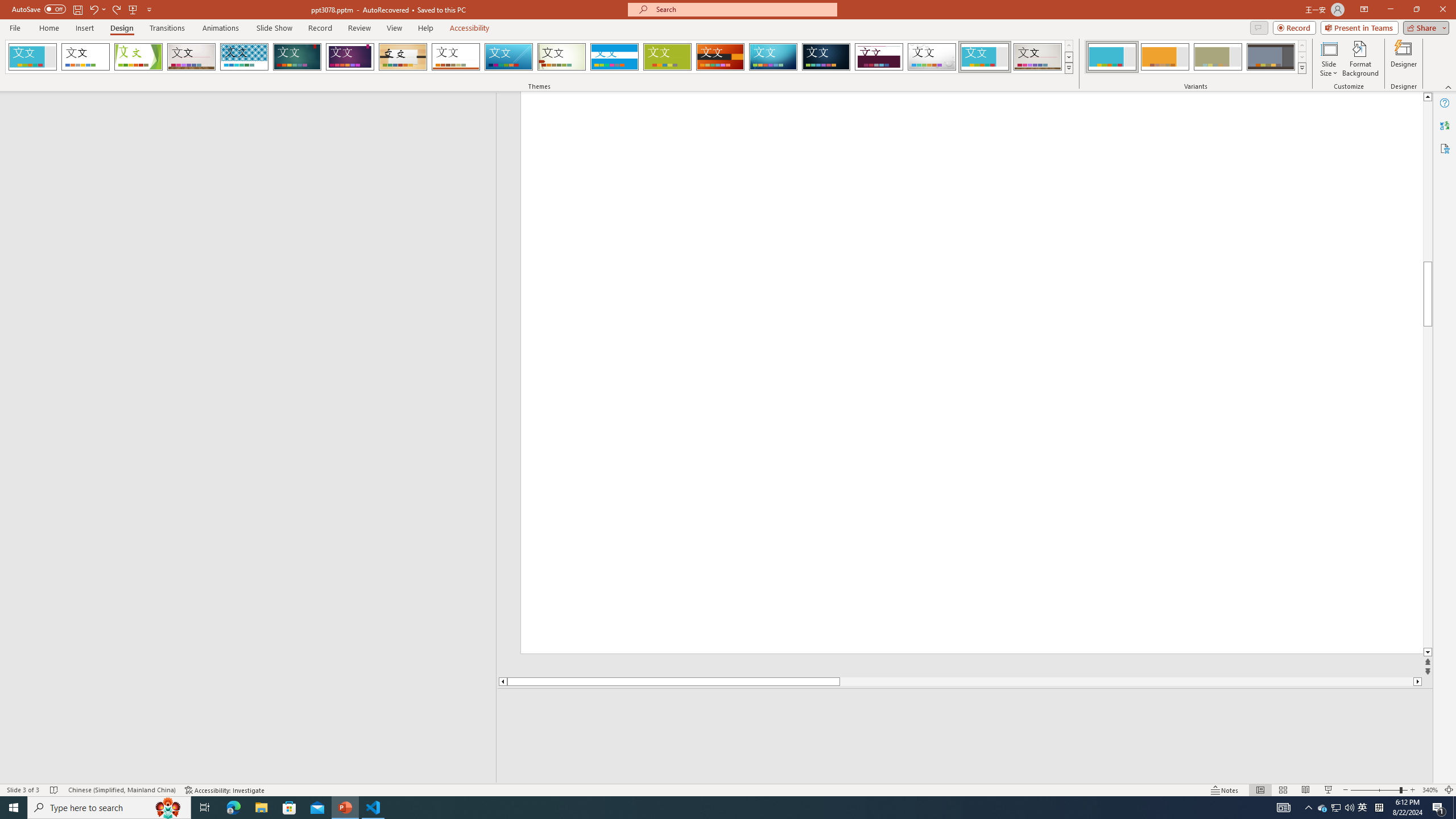  I want to click on 'Damask', so click(825, 56).